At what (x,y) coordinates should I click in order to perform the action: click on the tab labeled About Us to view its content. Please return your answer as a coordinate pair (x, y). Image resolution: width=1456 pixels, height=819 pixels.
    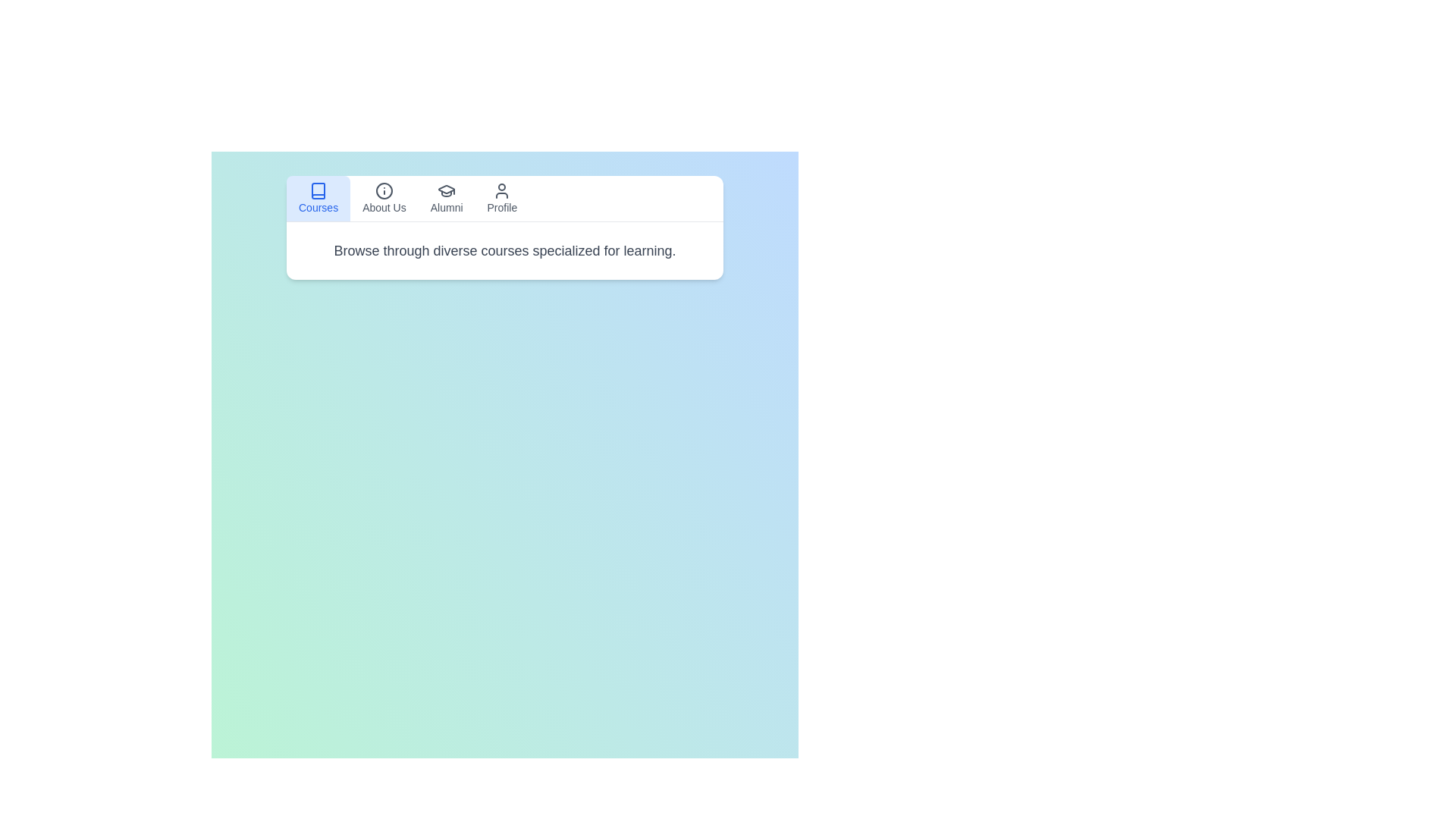
    Looking at the image, I should click on (383, 198).